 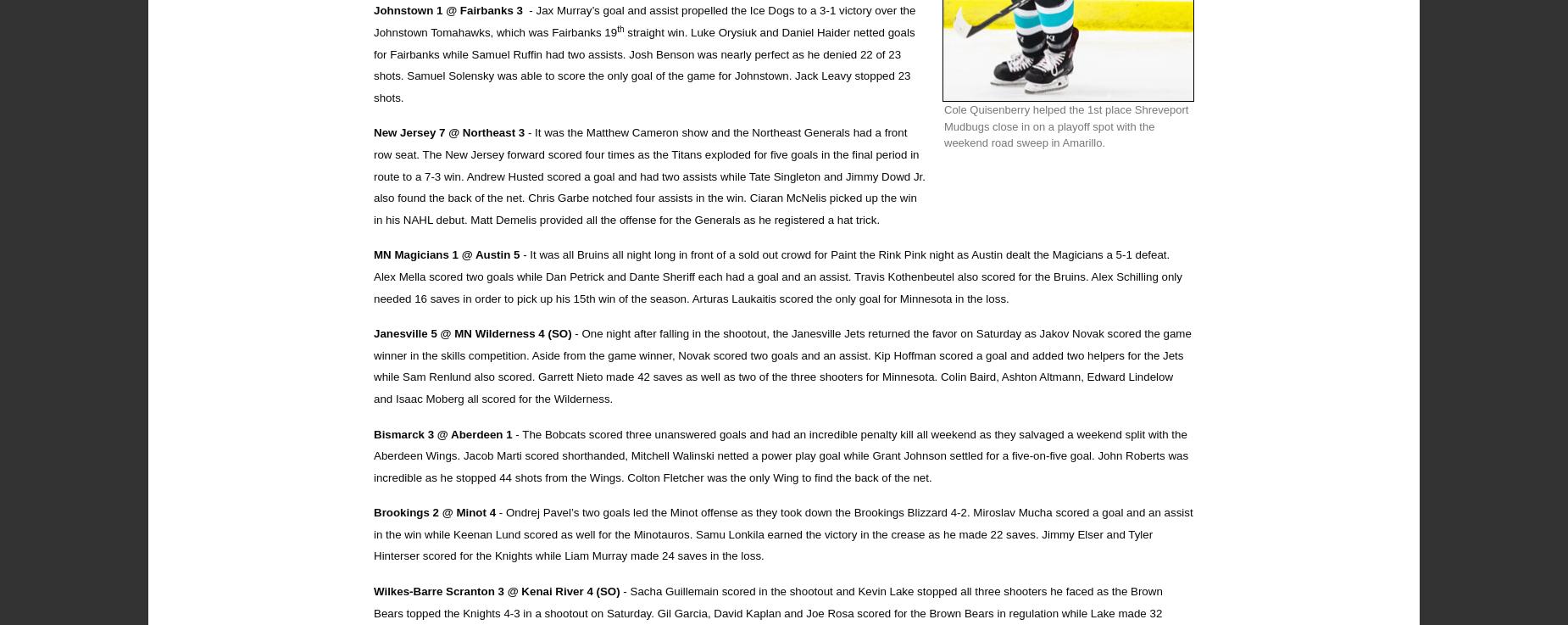 What do you see at coordinates (783, 533) in the screenshot?
I see `'- Ondrej Pavel’s two goals led the Minot offense as they took down the Brookings Blizzard 4-2. Miroslav Mucha scored a goal and an assist in the win while Keenan Lund scored as well for the Minotauros. Samu Lonkila earned the victory in the crease as he made 22 saves. Jimmy Elser and Tyler Hinterser scored for the Knights while Liam Murray made 24 saves in the loss.'` at bounding box center [783, 533].